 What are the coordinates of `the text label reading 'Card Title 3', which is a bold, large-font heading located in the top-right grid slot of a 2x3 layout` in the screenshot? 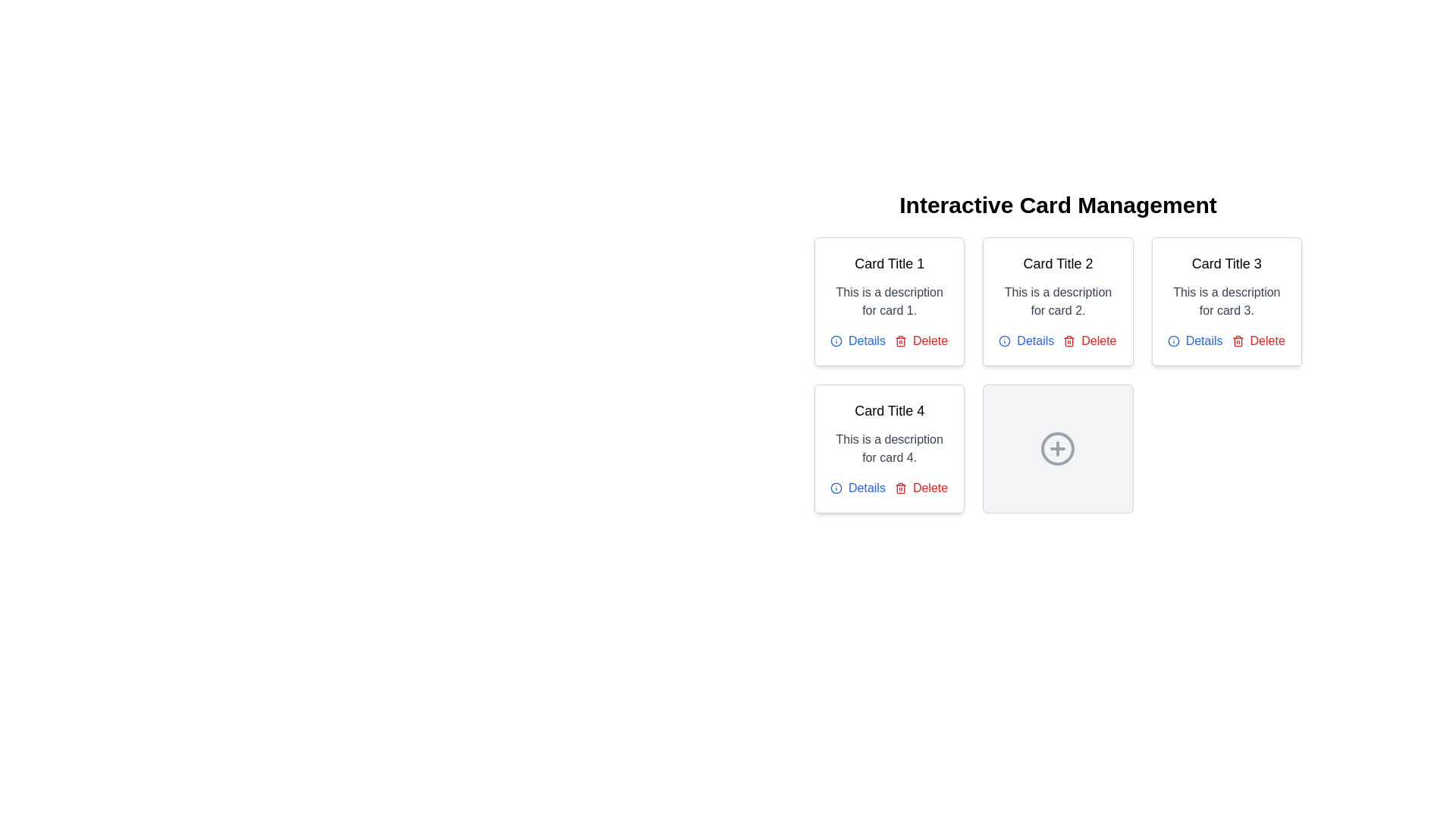 It's located at (1226, 262).